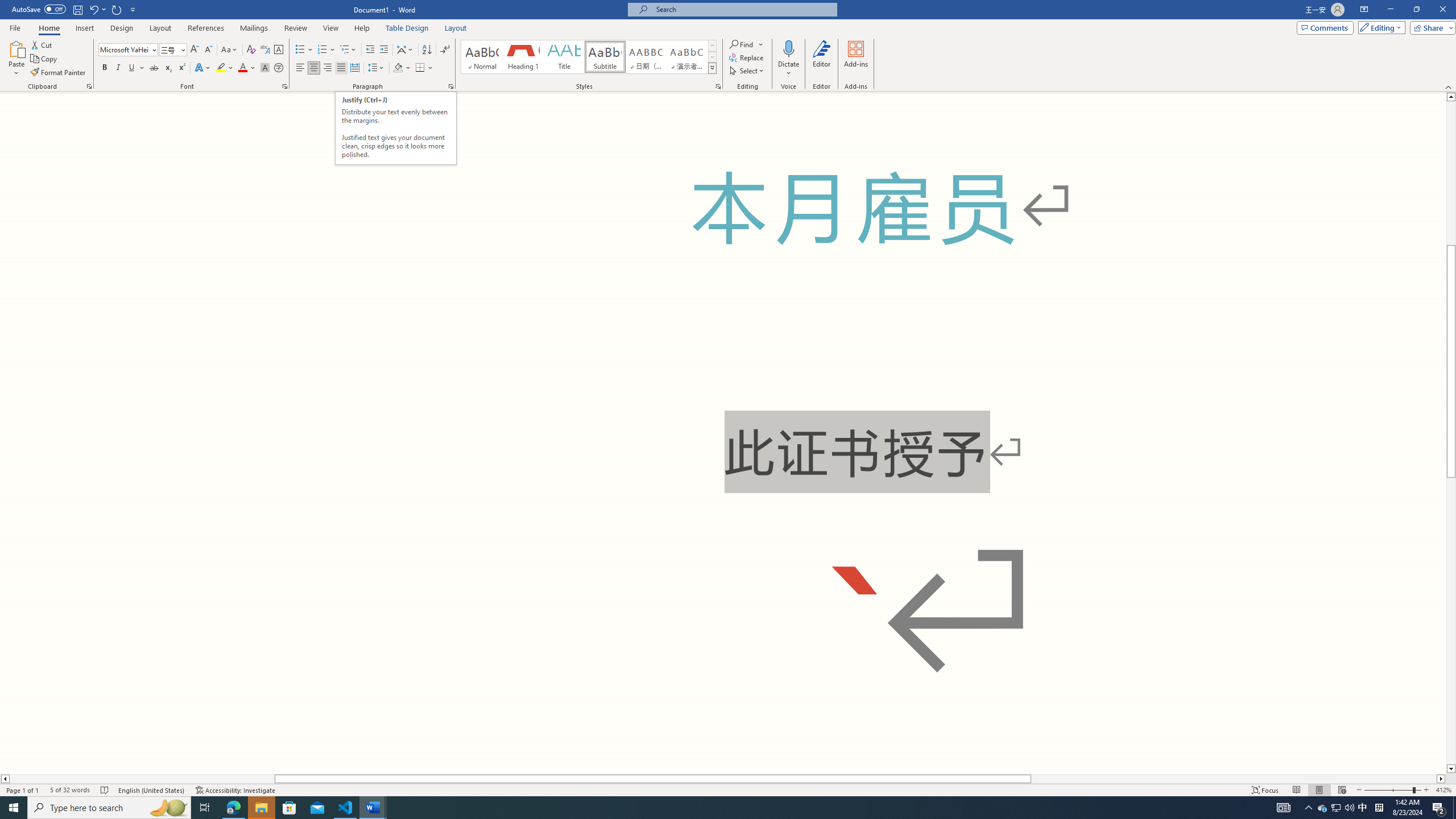 This screenshot has width=1456, height=819. Describe the element at coordinates (821, 59) in the screenshot. I see `'Editor'` at that location.